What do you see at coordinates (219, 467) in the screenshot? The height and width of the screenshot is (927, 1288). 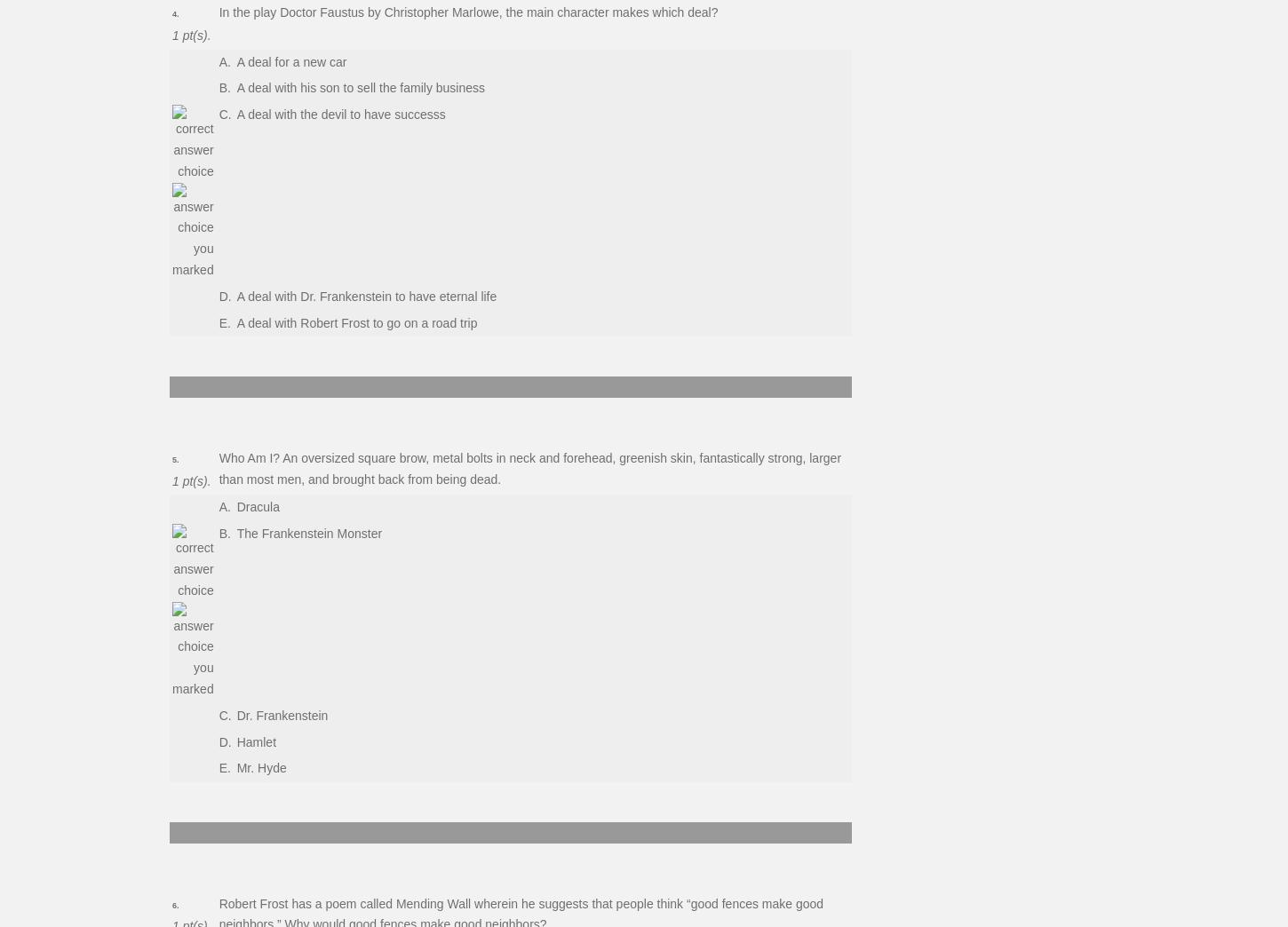 I see `'Who Am I? An oversized square brow, metal bolts in neck and forehead, greenish skin, fantastically strong, larger than most men, and brought back from being dead.'` at bounding box center [219, 467].